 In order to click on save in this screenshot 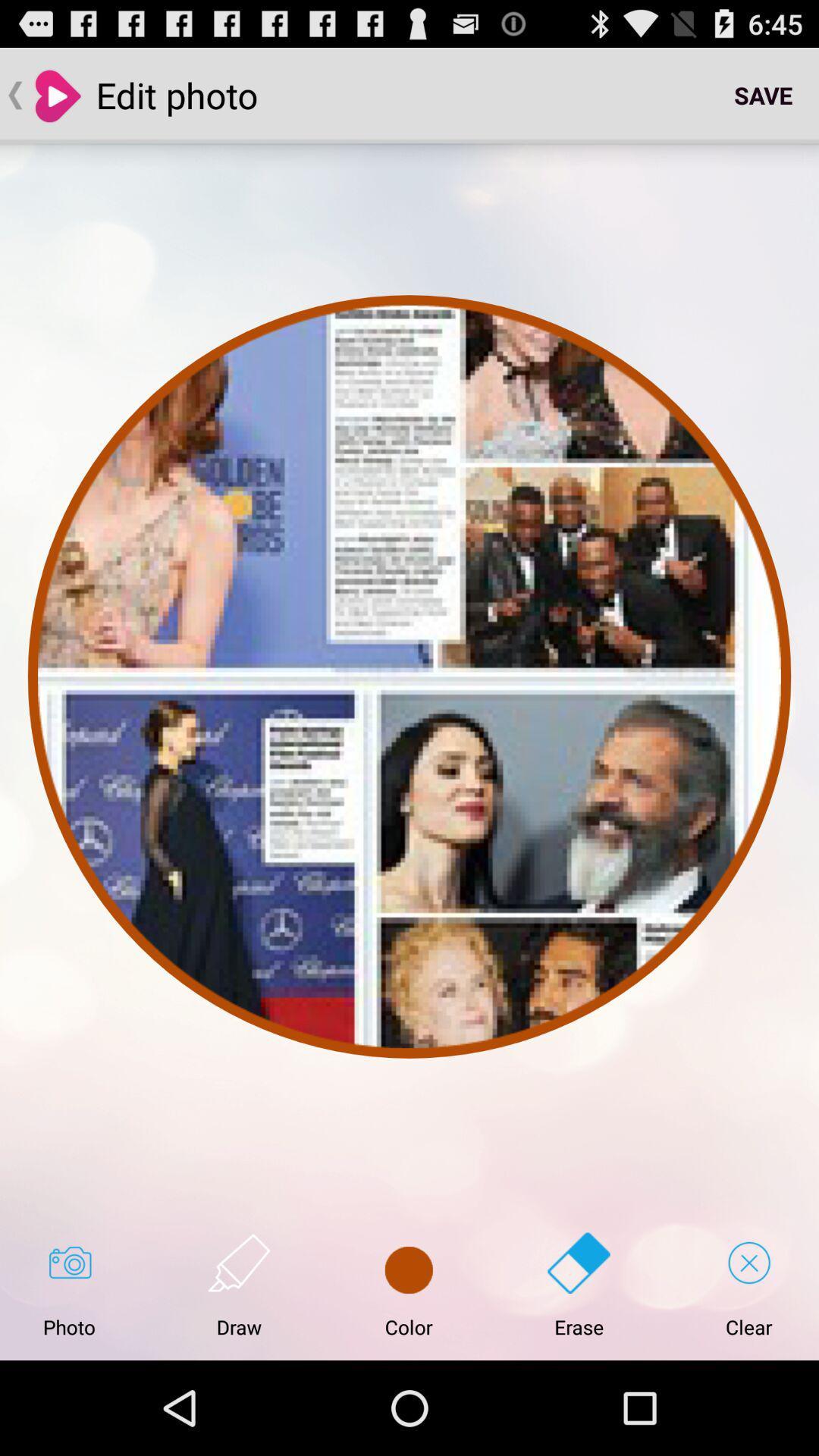, I will do `click(763, 94)`.